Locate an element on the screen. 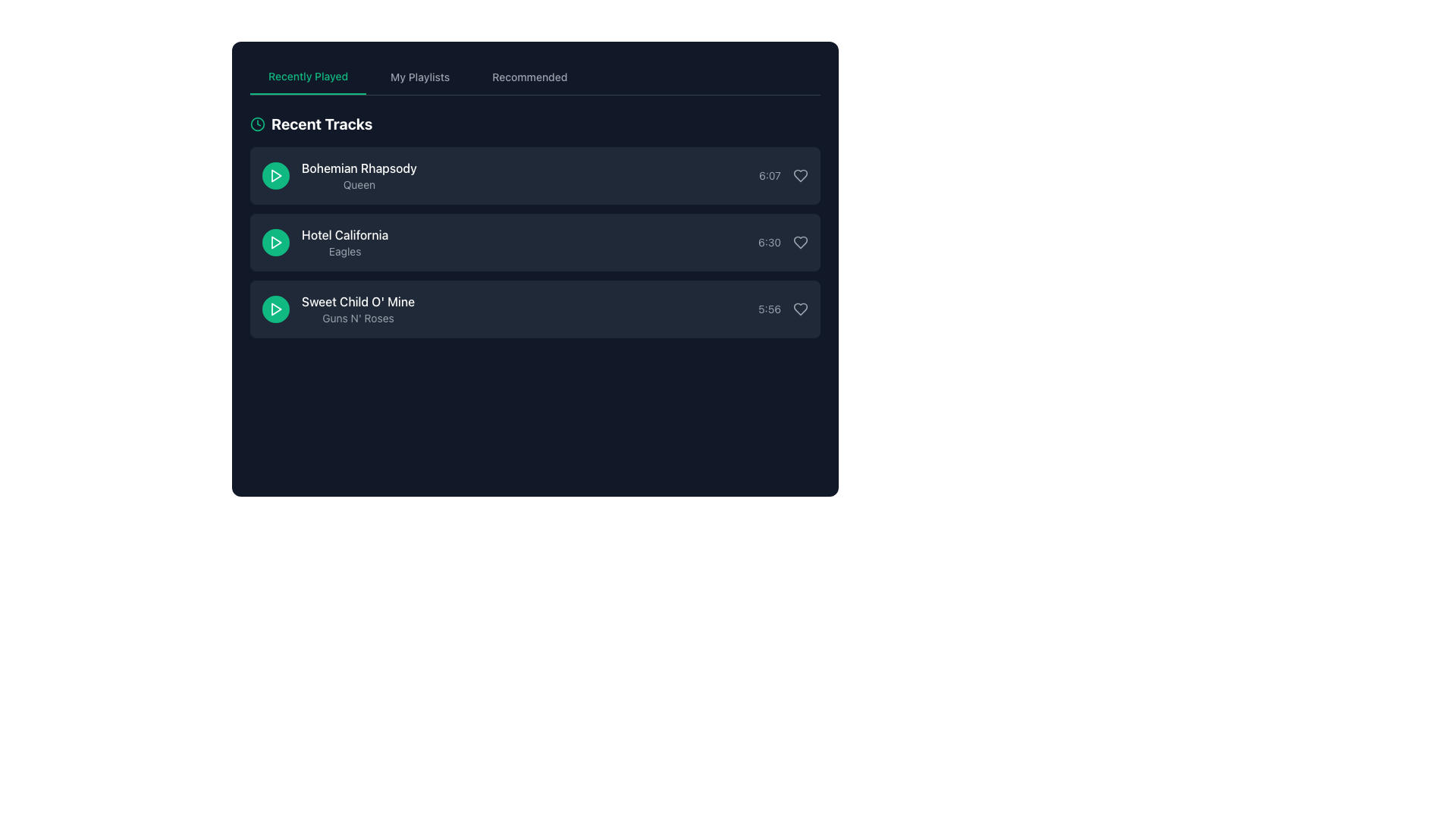 This screenshot has height=819, width=1456. the text label displaying the duration of the track 'Bohemian Rhapsody' by Queen, located in the 'Recent Tracks' section, to the left of the heart icon is located at coordinates (783, 174).